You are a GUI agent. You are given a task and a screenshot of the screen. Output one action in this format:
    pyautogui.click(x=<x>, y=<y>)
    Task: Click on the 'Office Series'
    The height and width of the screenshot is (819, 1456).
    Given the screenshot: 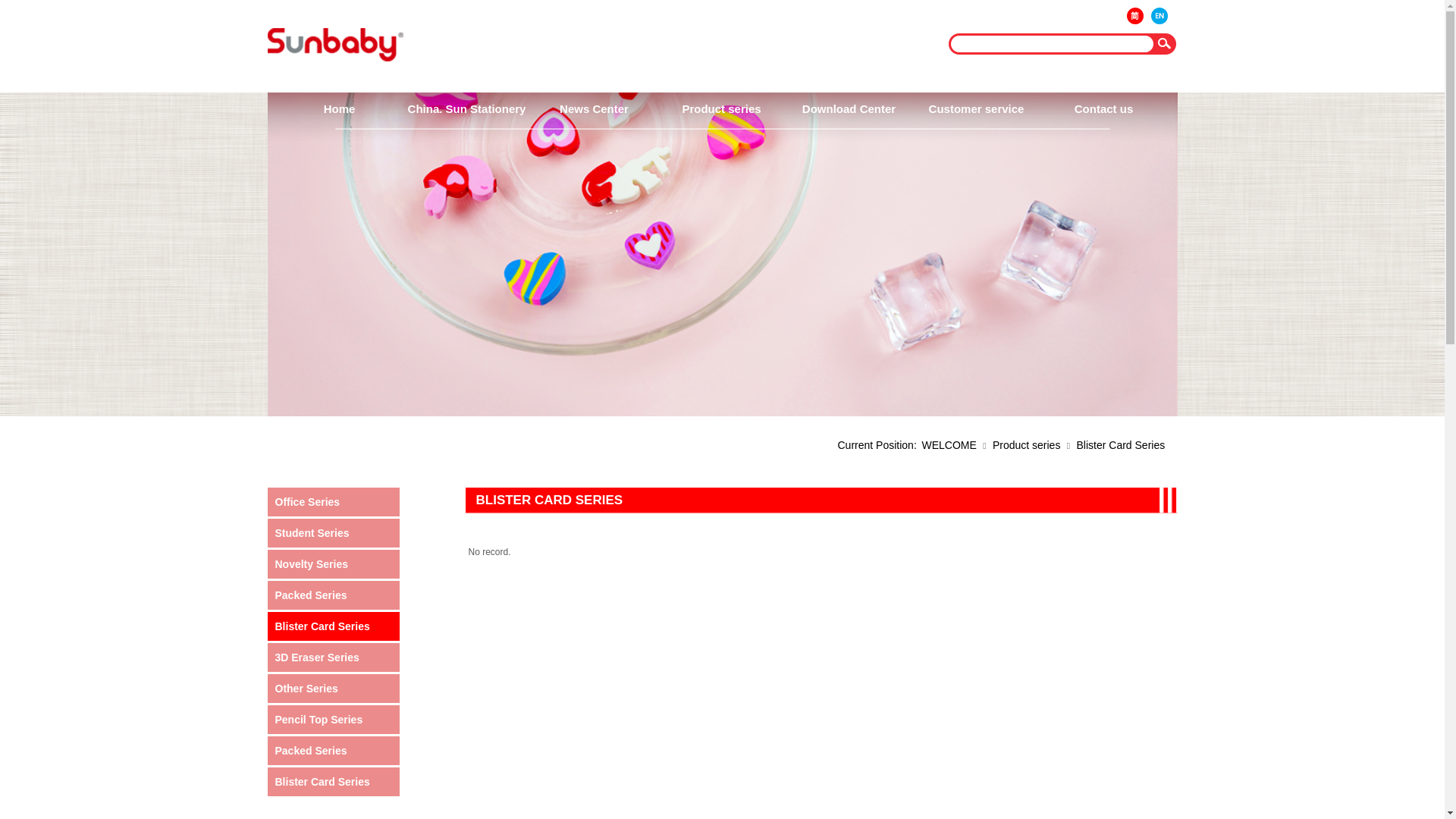 What is the action you would take?
    pyautogui.click(x=274, y=502)
    